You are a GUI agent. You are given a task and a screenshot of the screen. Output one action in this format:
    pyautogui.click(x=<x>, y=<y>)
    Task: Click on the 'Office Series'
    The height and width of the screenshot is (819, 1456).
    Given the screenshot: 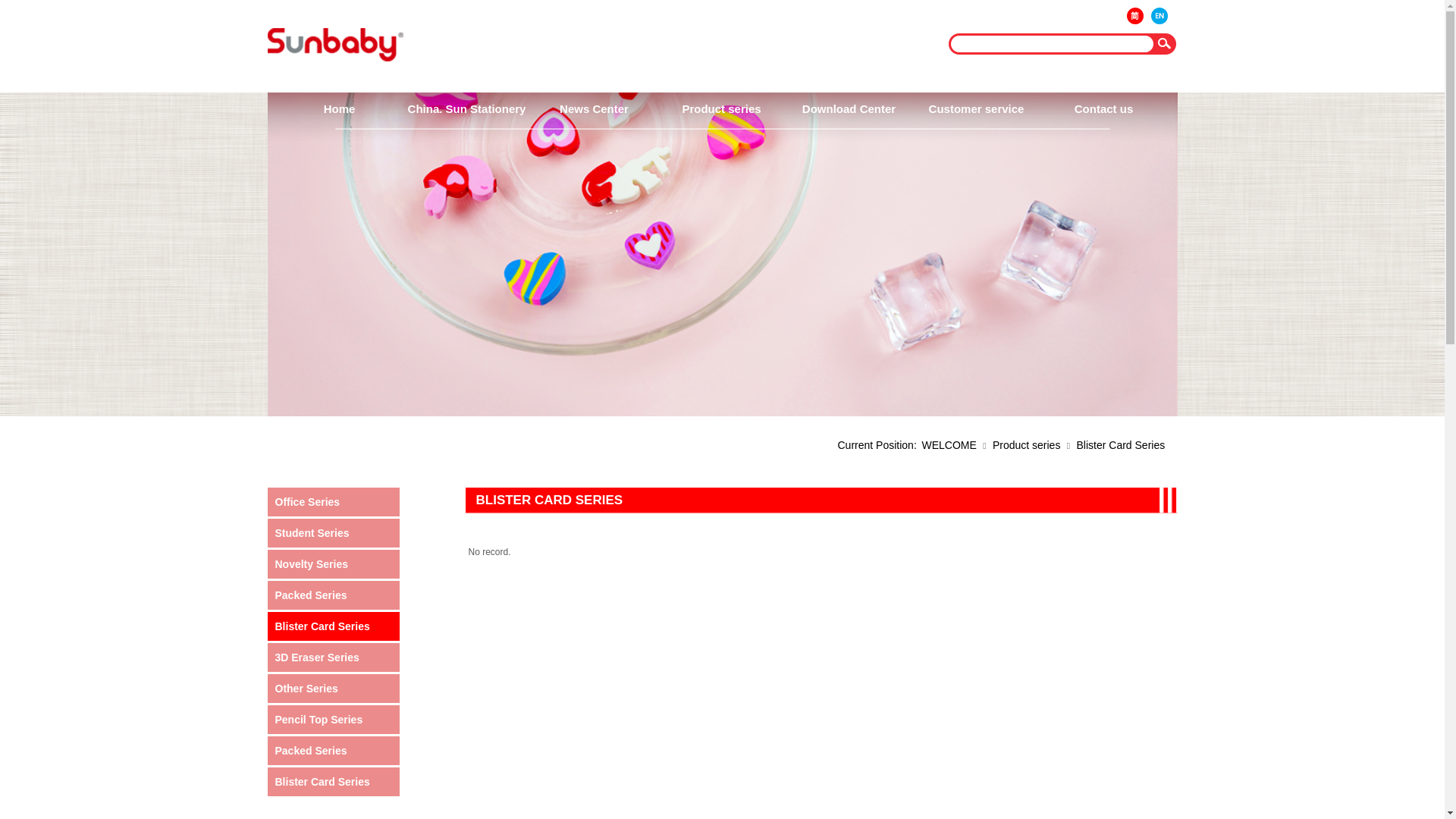 What is the action you would take?
    pyautogui.click(x=274, y=502)
    